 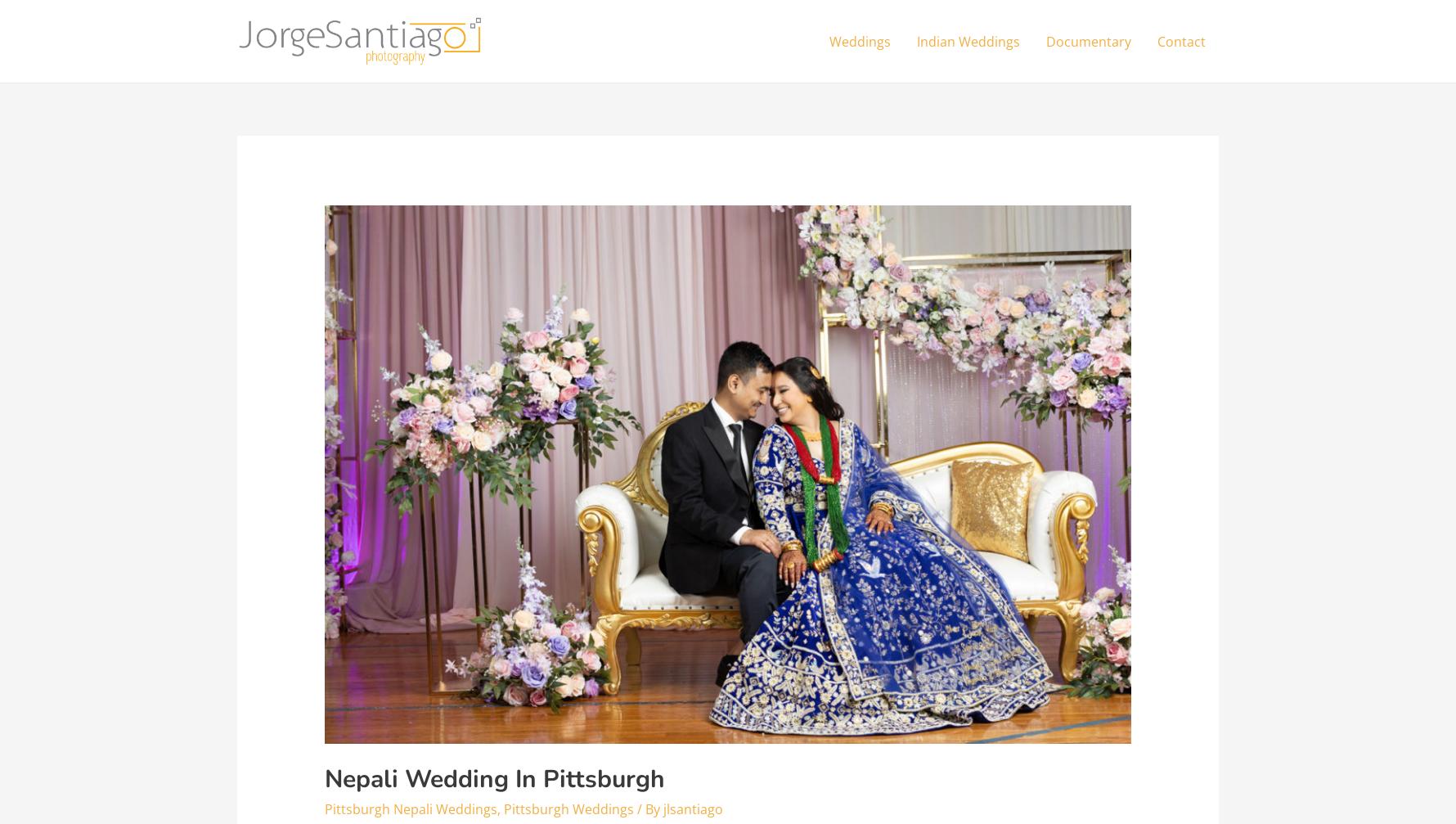 I want to click on 'Nepali Wedding in Pittsburgh', so click(x=493, y=778).